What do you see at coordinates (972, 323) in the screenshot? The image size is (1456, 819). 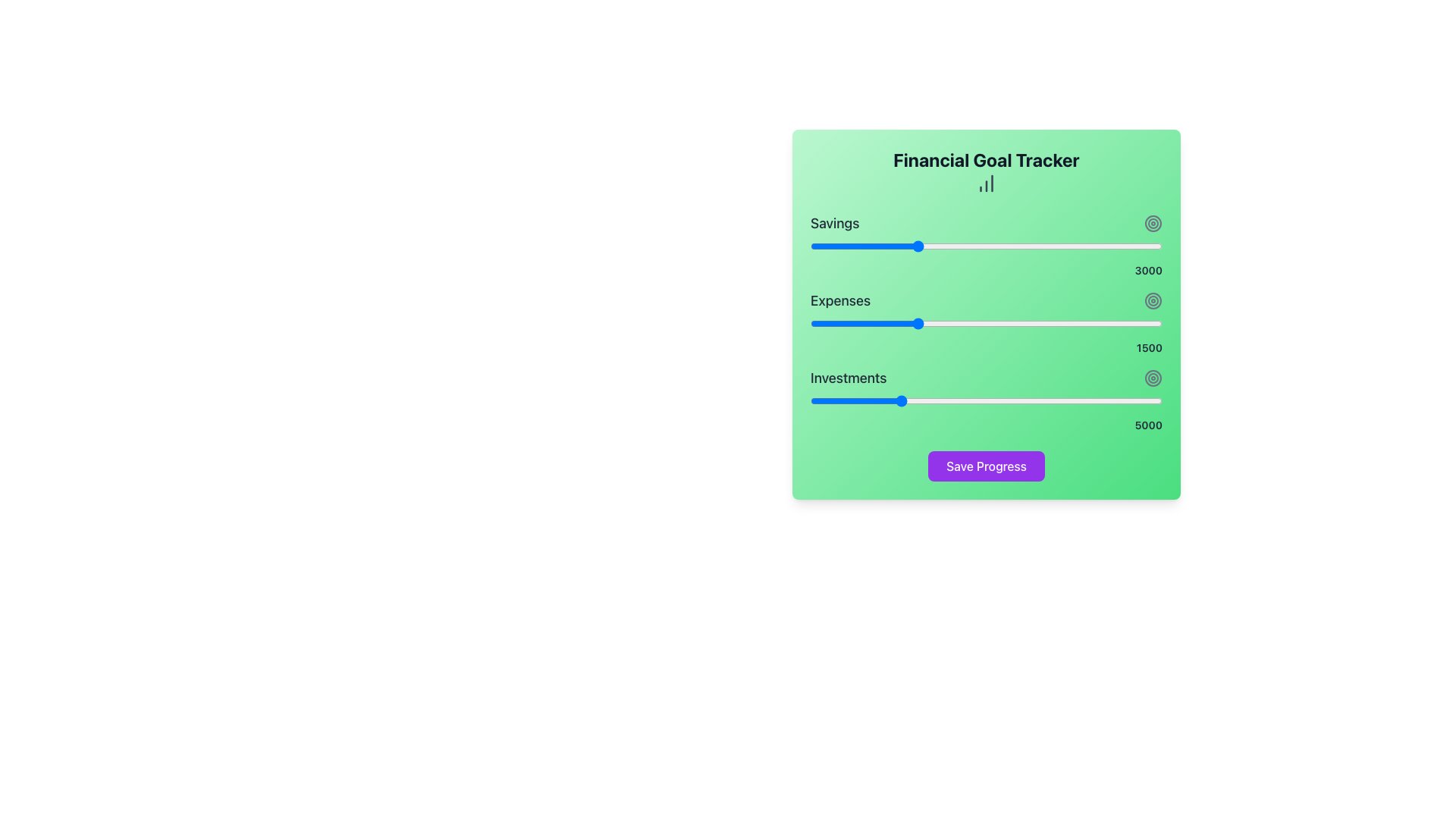 I see `the expense value` at bounding box center [972, 323].